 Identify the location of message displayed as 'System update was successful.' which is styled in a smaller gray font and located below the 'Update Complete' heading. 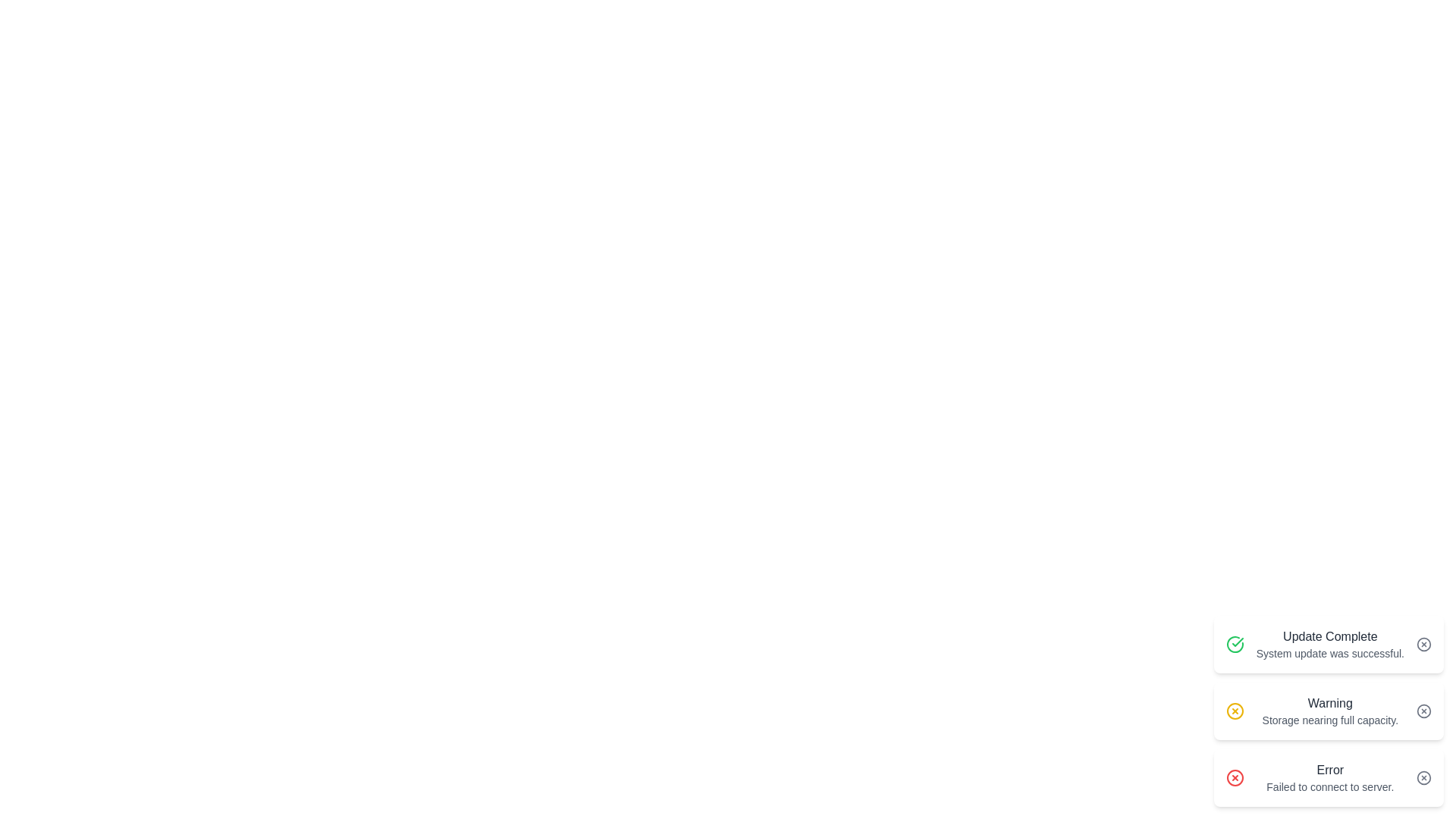
(1329, 652).